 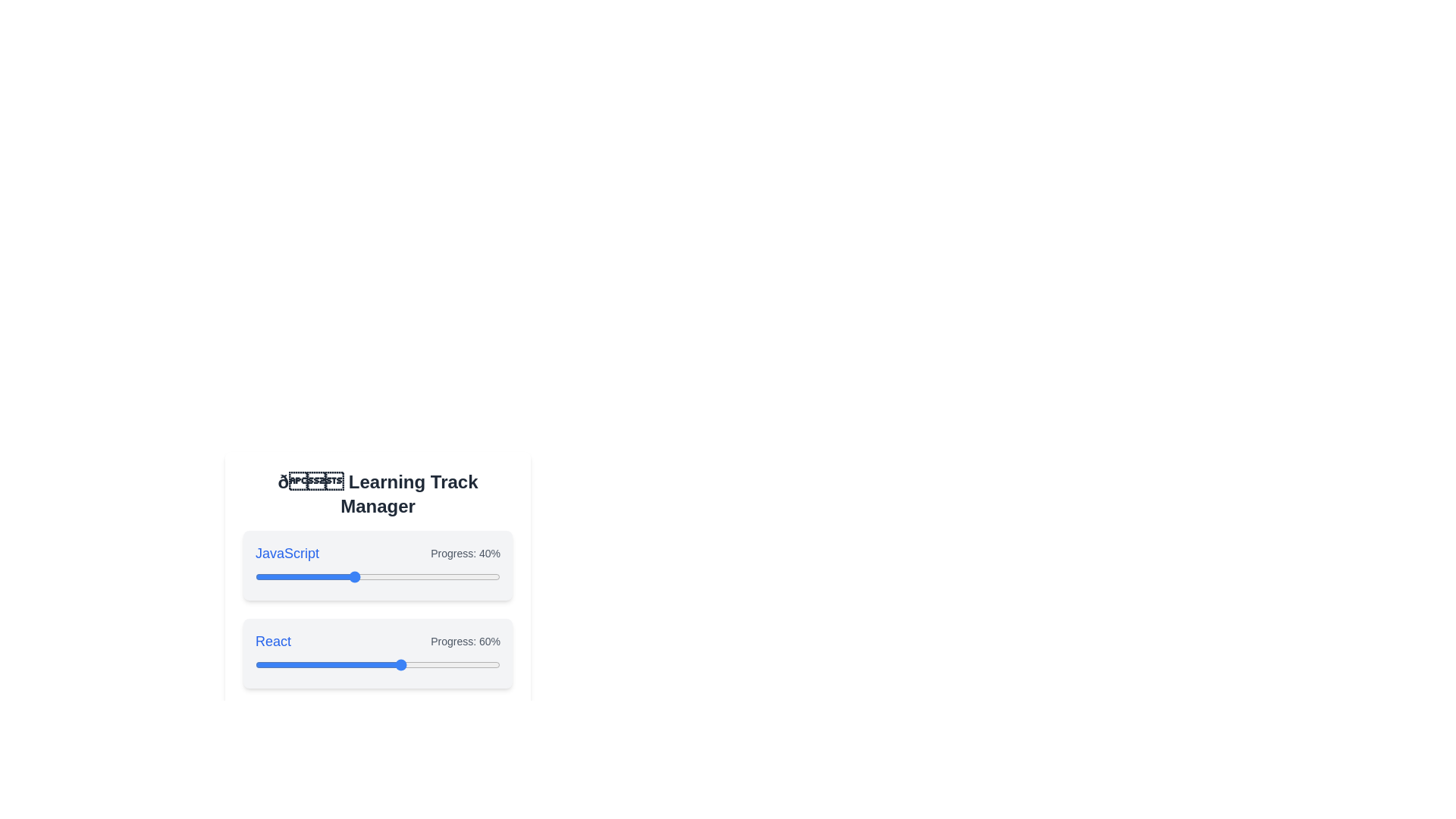 I want to click on the progress for 'JavaScript' track, so click(x=468, y=576).